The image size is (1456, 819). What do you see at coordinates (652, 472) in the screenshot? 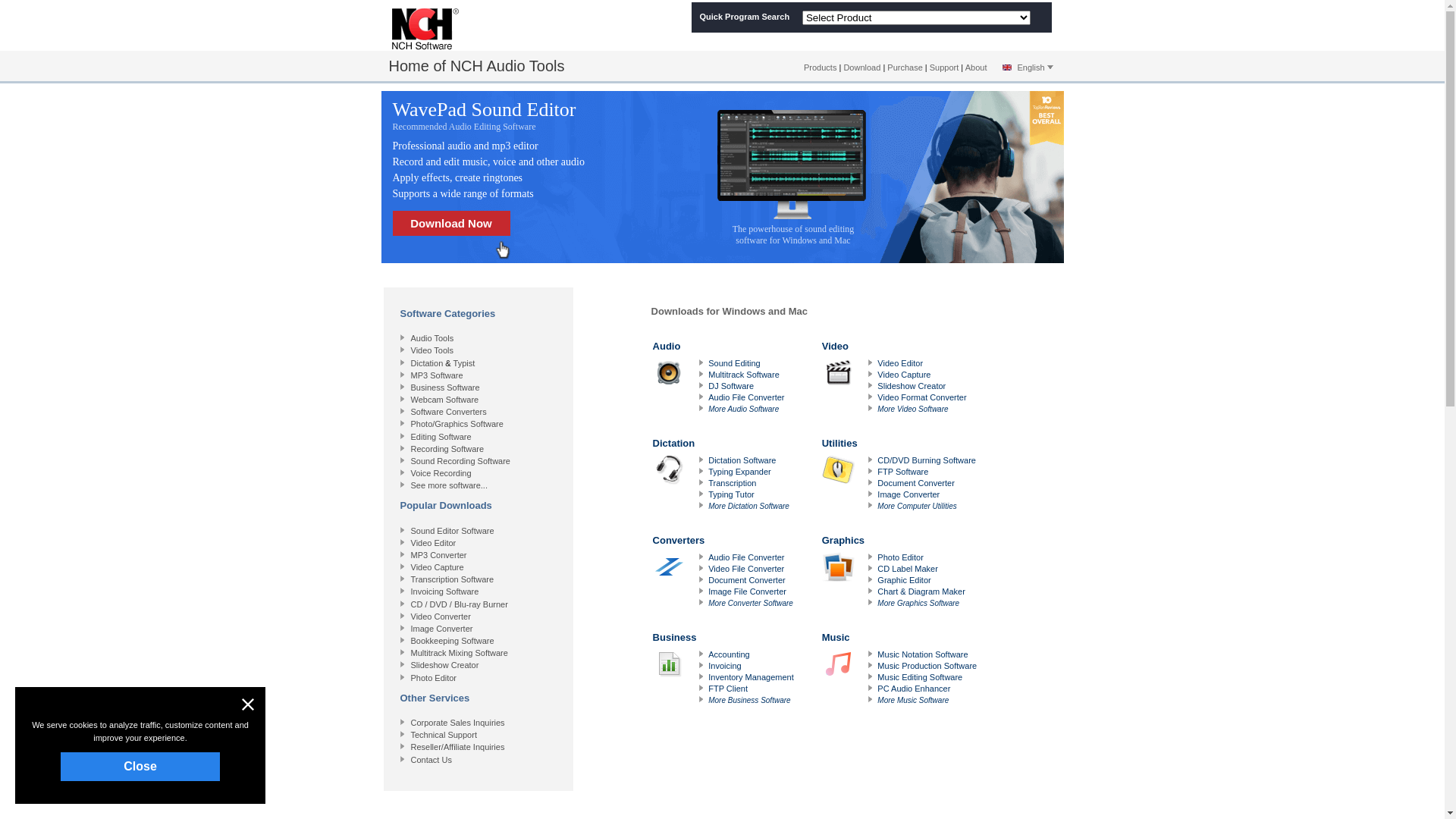
I see `'Dictation'` at bounding box center [652, 472].